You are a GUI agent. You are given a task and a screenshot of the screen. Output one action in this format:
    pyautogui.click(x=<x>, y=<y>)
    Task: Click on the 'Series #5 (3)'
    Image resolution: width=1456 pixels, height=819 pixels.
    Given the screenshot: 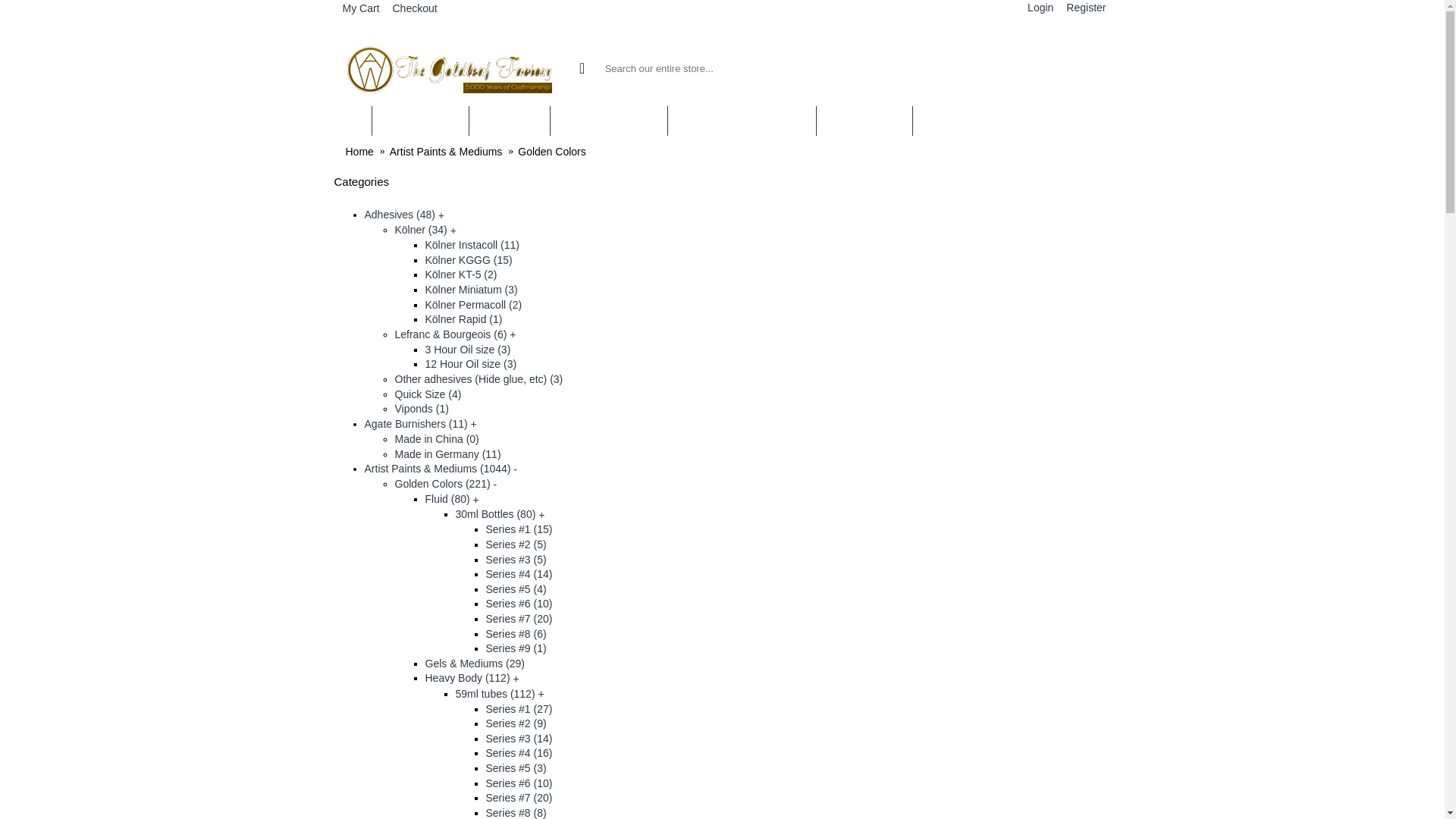 What is the action you would take?
    pyautogui.click(x=516, y=768)
    